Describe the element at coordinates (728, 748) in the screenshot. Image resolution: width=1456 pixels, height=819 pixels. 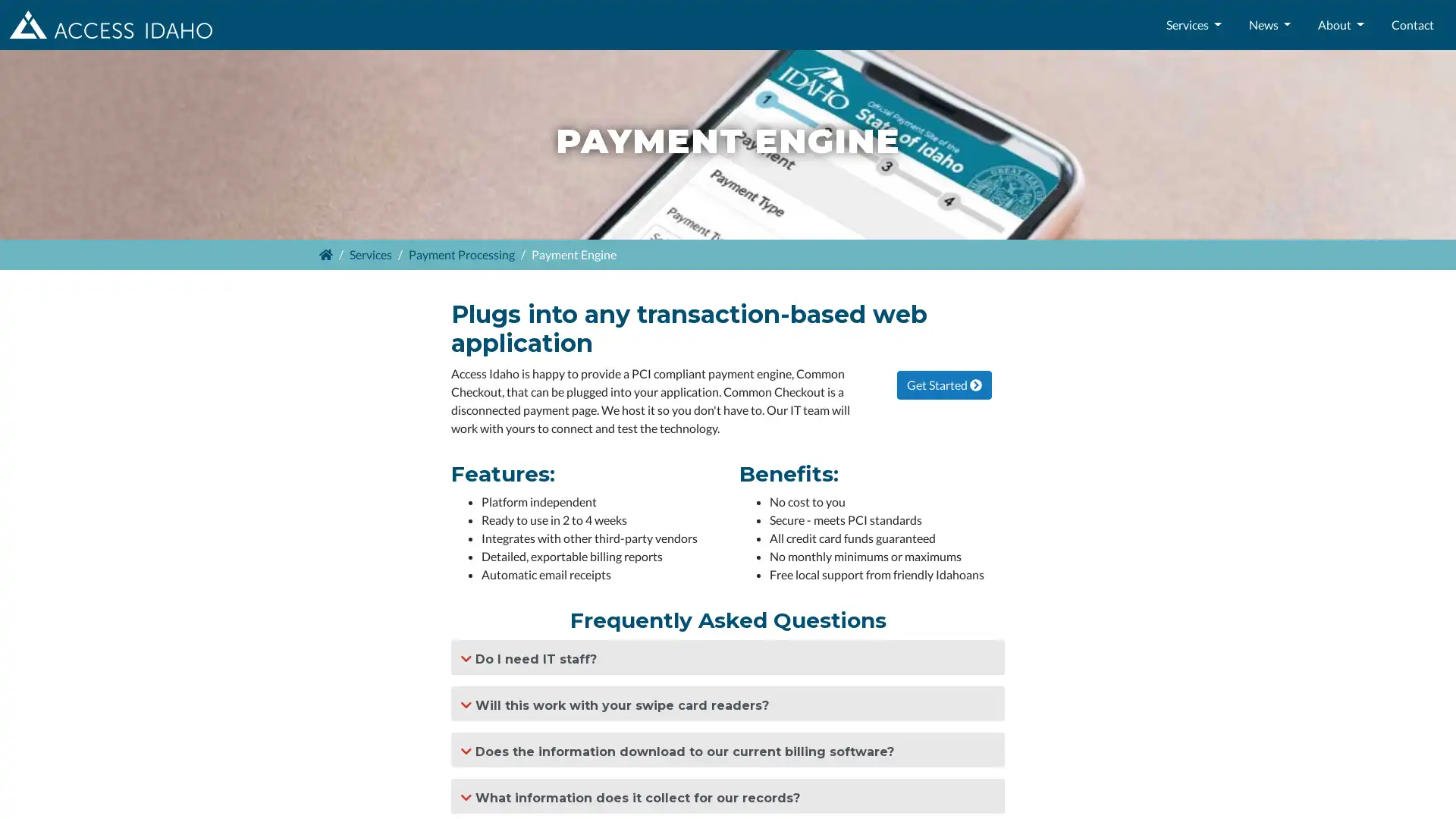
I see `Does the information download to our current billing software?` at that location.